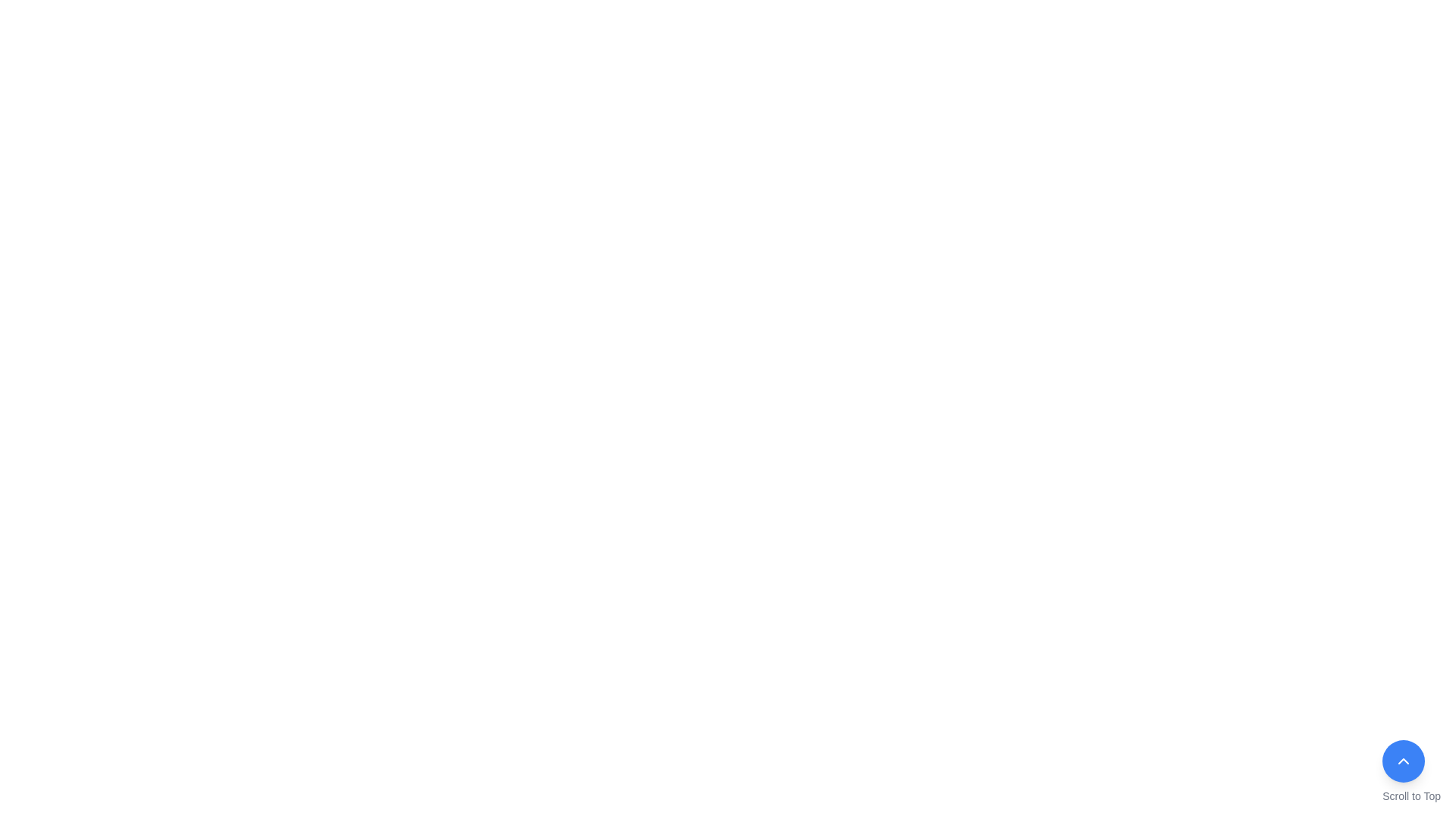 The width and height of the screenshot is (1456, 819). Describe the element at coordinates (1403, 761) in the screenshot. I see `the upward direction icon located centrally within the circular button in the bottom-right corner of the interface` at that location.